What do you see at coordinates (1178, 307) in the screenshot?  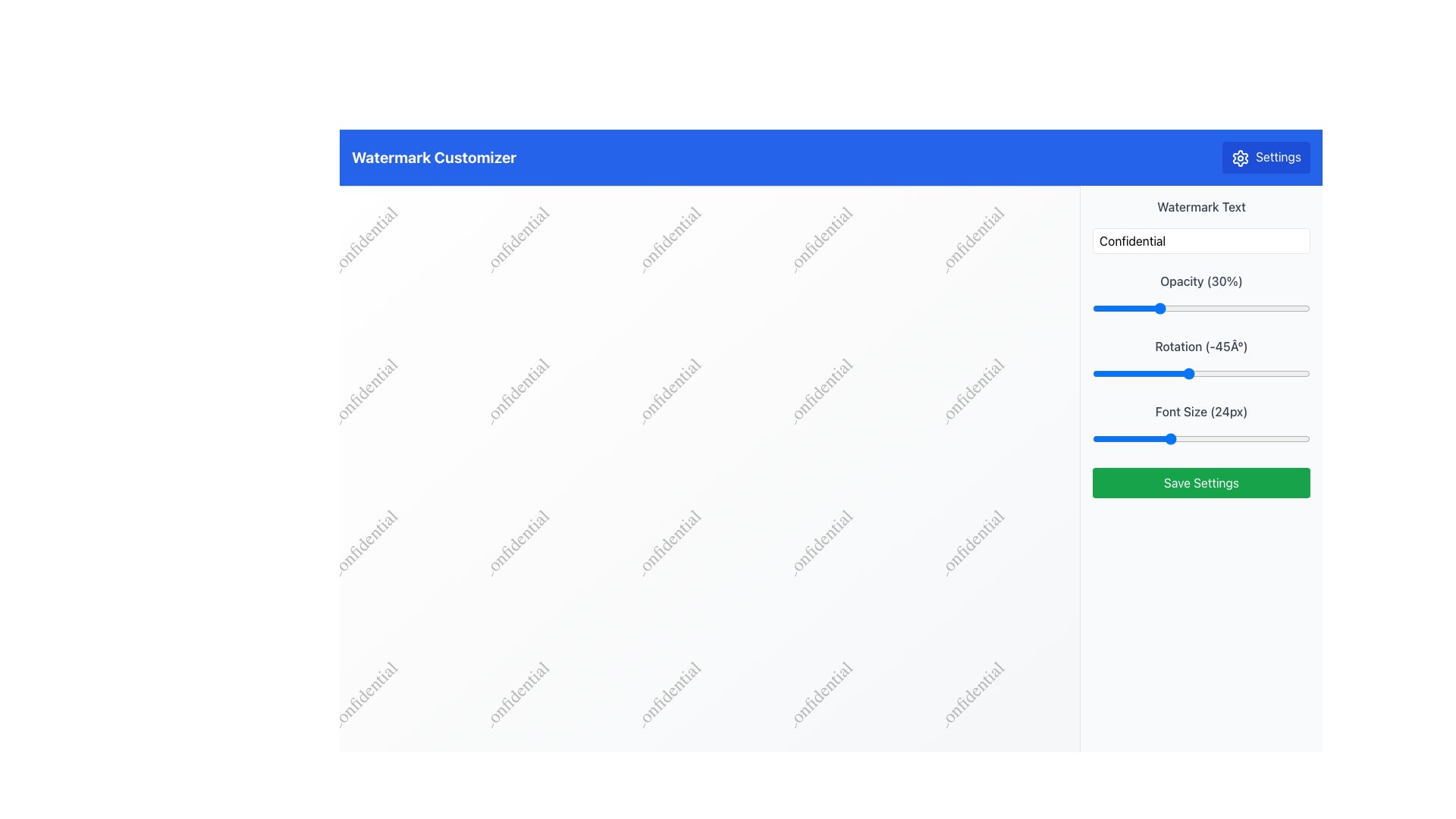 I see `the opacity` at bounding box center [1178, 307].